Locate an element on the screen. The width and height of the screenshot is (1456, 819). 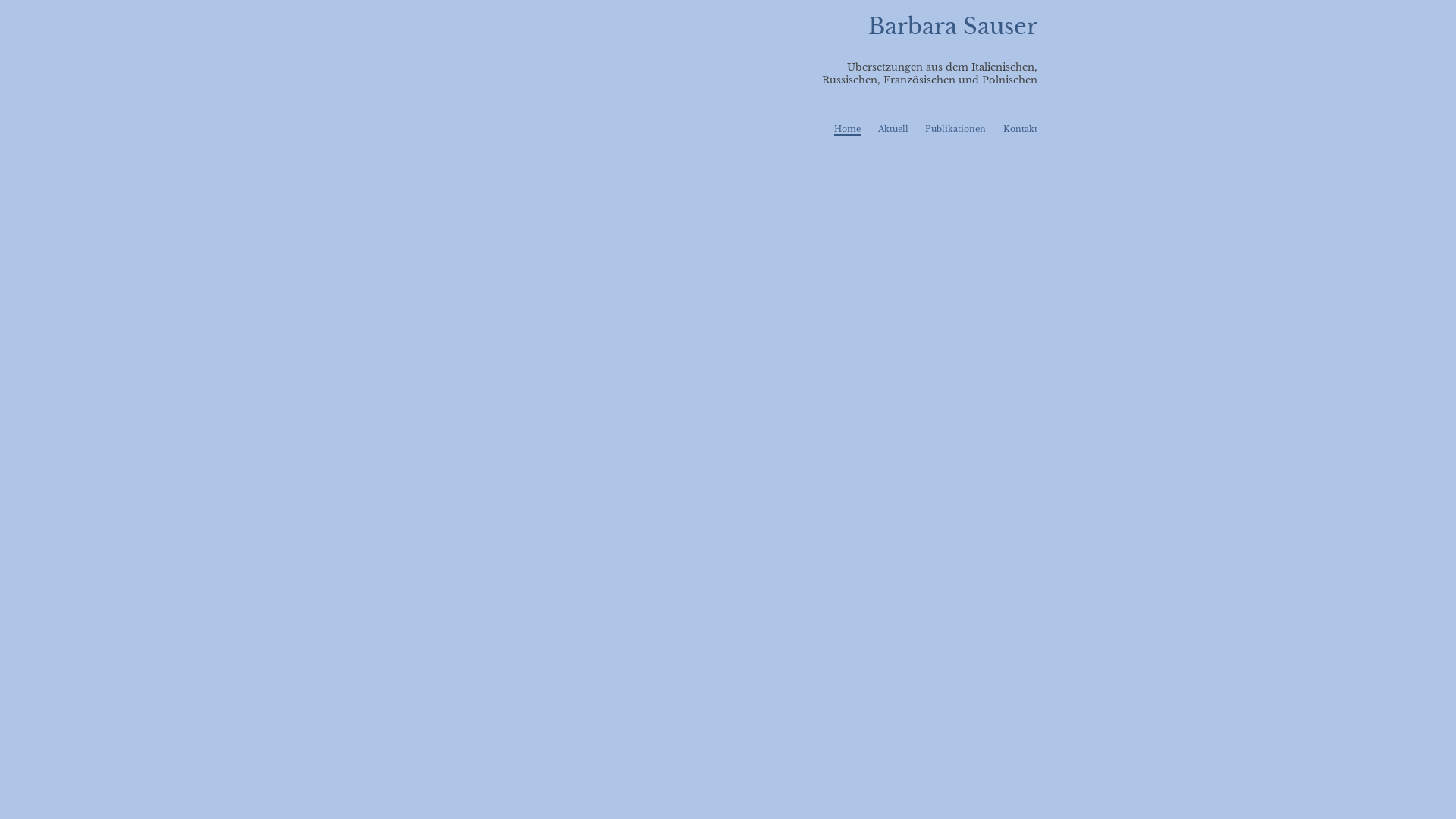
'Home' is located at coordinates (846, 128).